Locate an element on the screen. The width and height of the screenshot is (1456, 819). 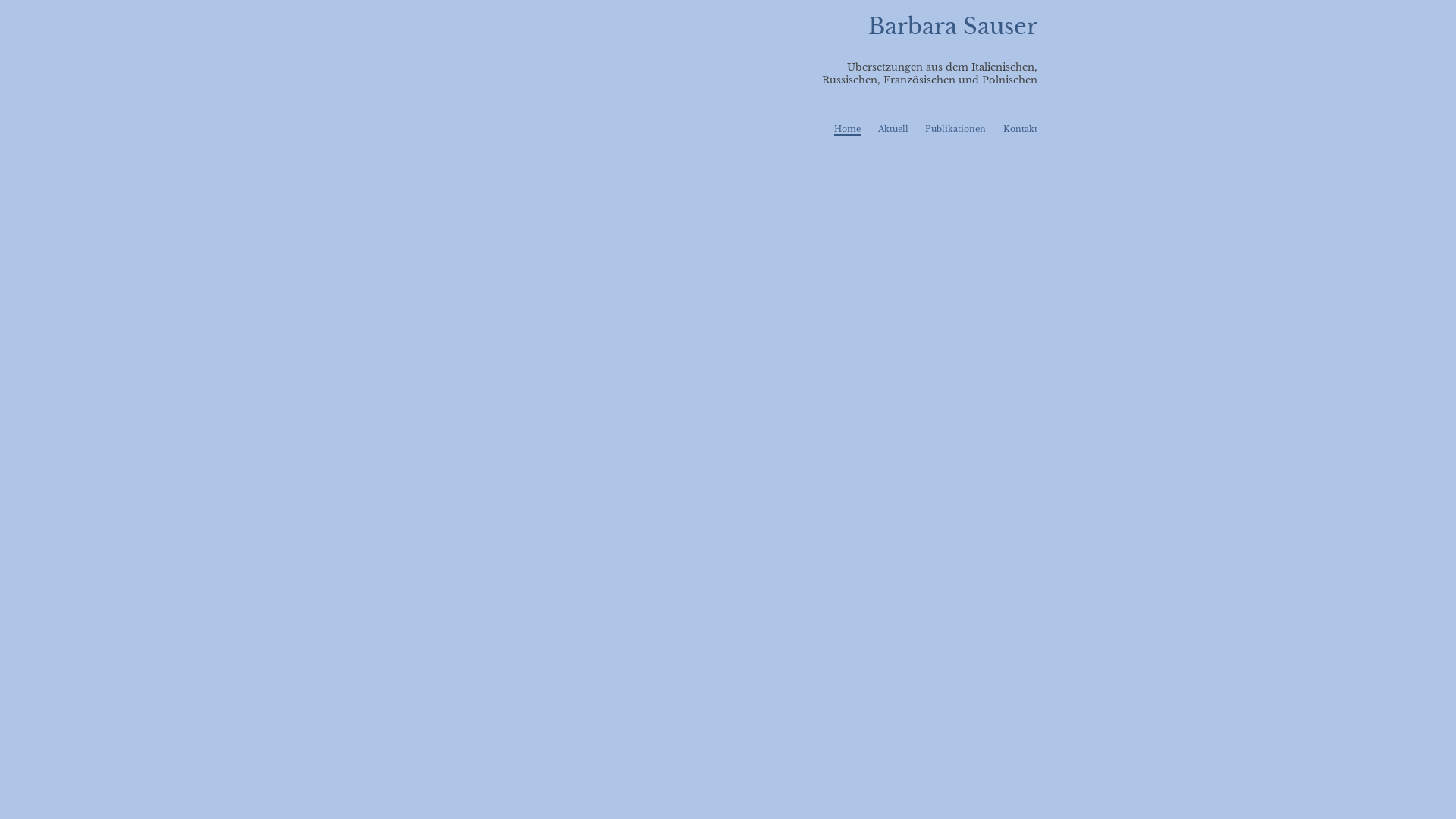
'Home' is located at coordinates (846, 128).